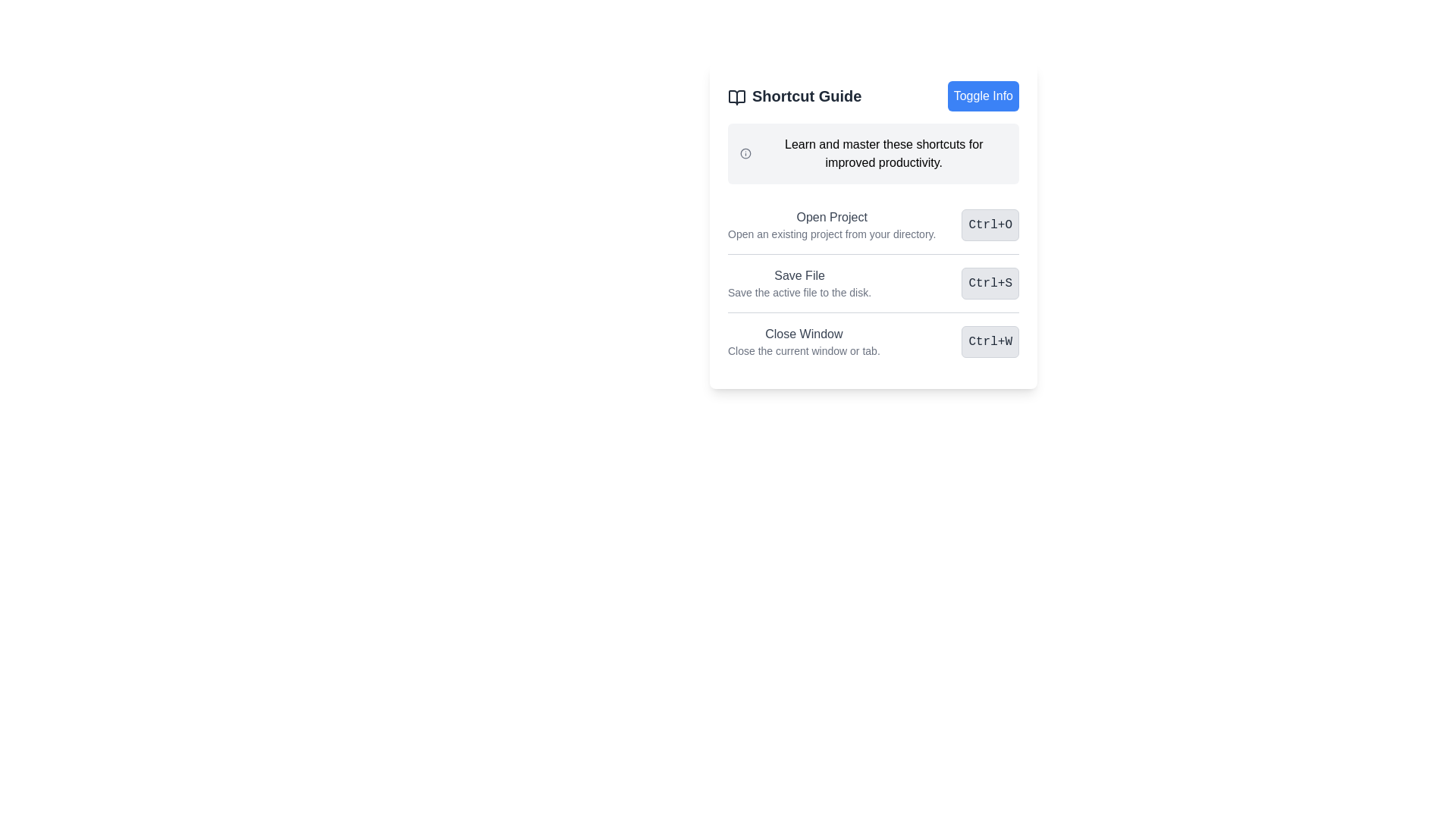 Image resolution: width=1456 pixels, height=819 pixels. I want to click on the Text label displaying the shortcut key combination 'Ctrl+W' for closing the current window, which is the third button in the vertical list of the shortcut guide panel, so click(990, 342).